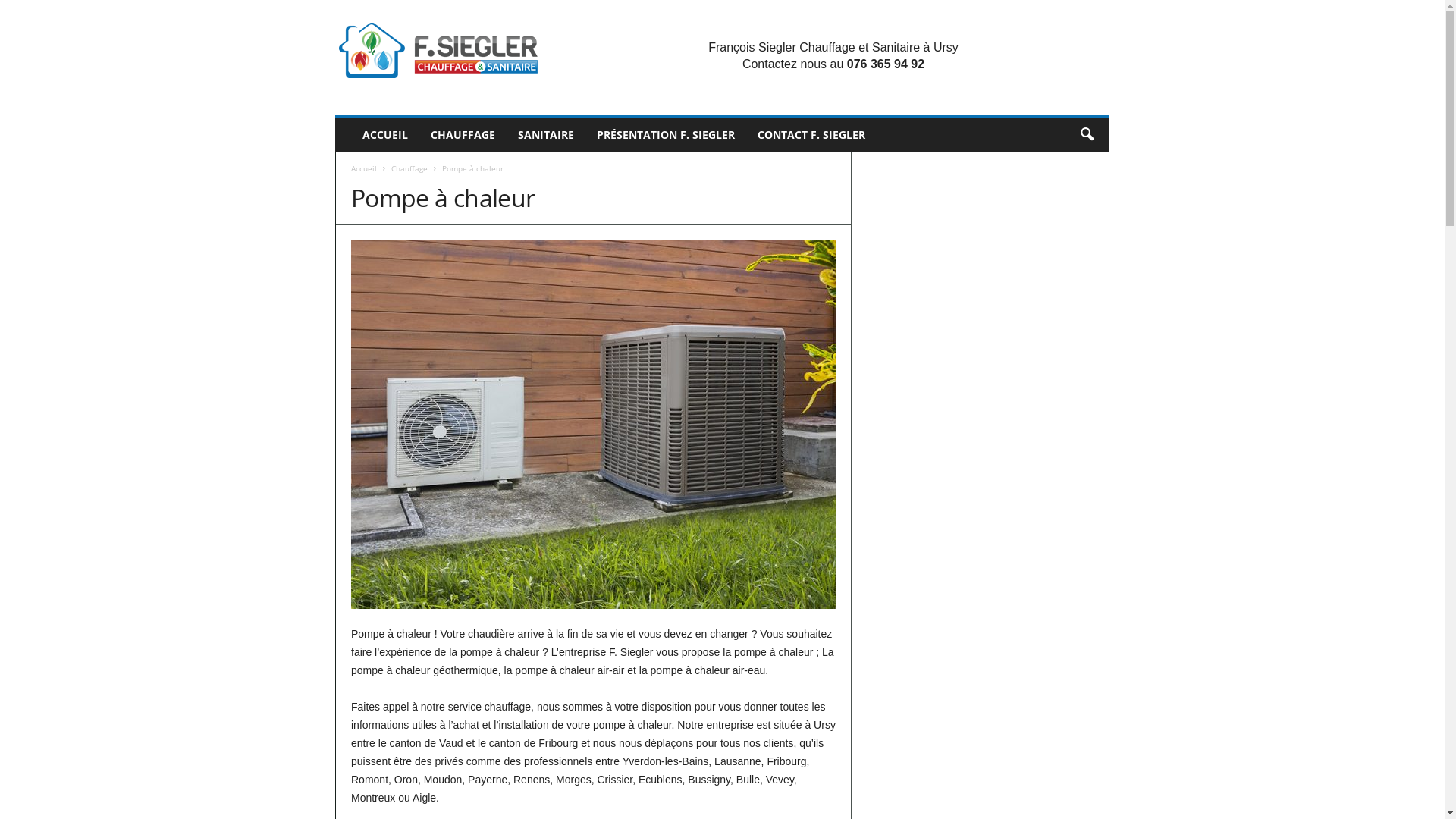 Image resolution: width=1456 pixels, height=819 pixels. Describe the element at coordinates (419, 133) in the screenshot. I see `'CHAUFFAGE'` at that location.